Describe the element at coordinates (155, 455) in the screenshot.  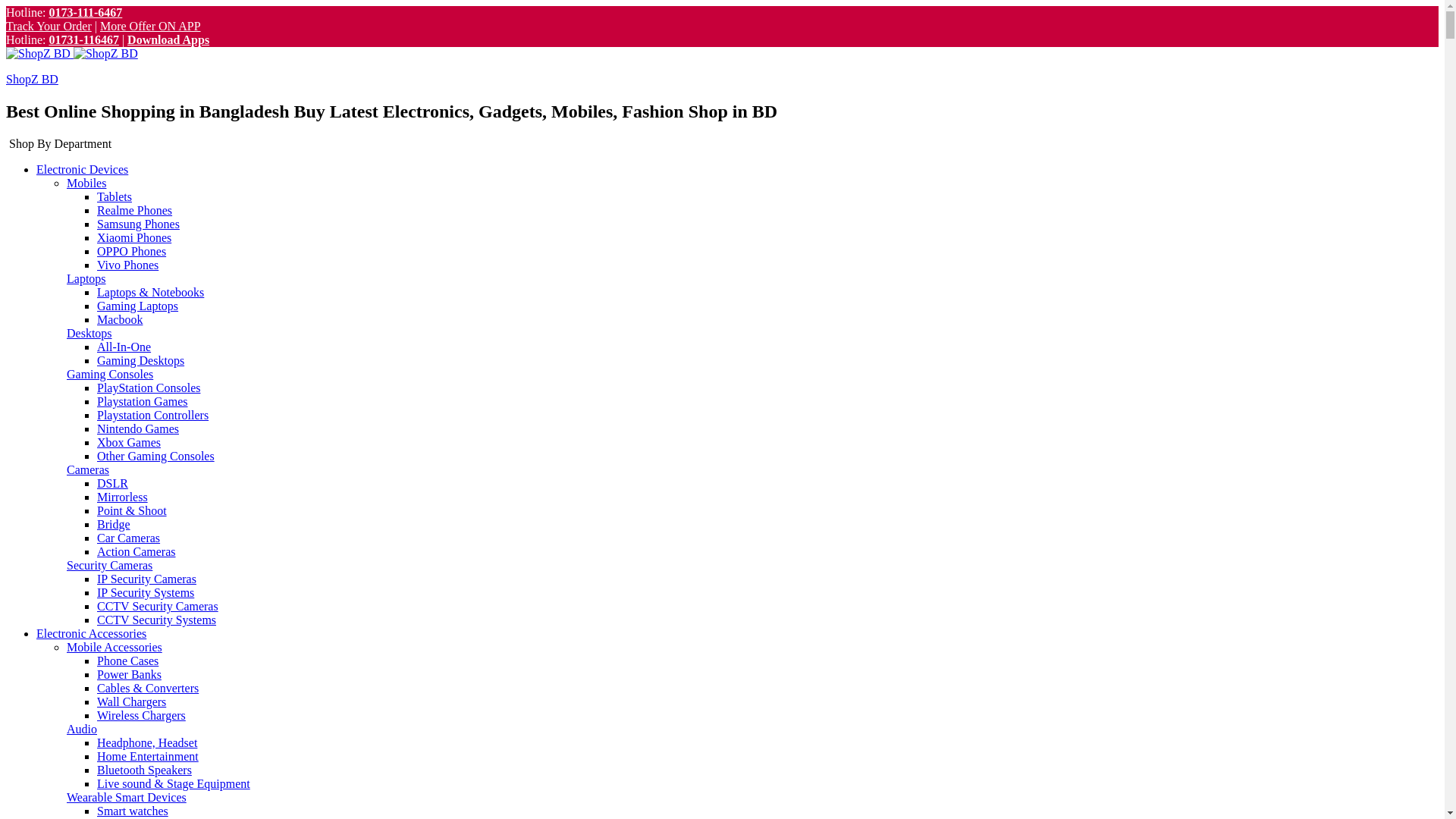
I see `'Other Gaming Consoles'` at that location.